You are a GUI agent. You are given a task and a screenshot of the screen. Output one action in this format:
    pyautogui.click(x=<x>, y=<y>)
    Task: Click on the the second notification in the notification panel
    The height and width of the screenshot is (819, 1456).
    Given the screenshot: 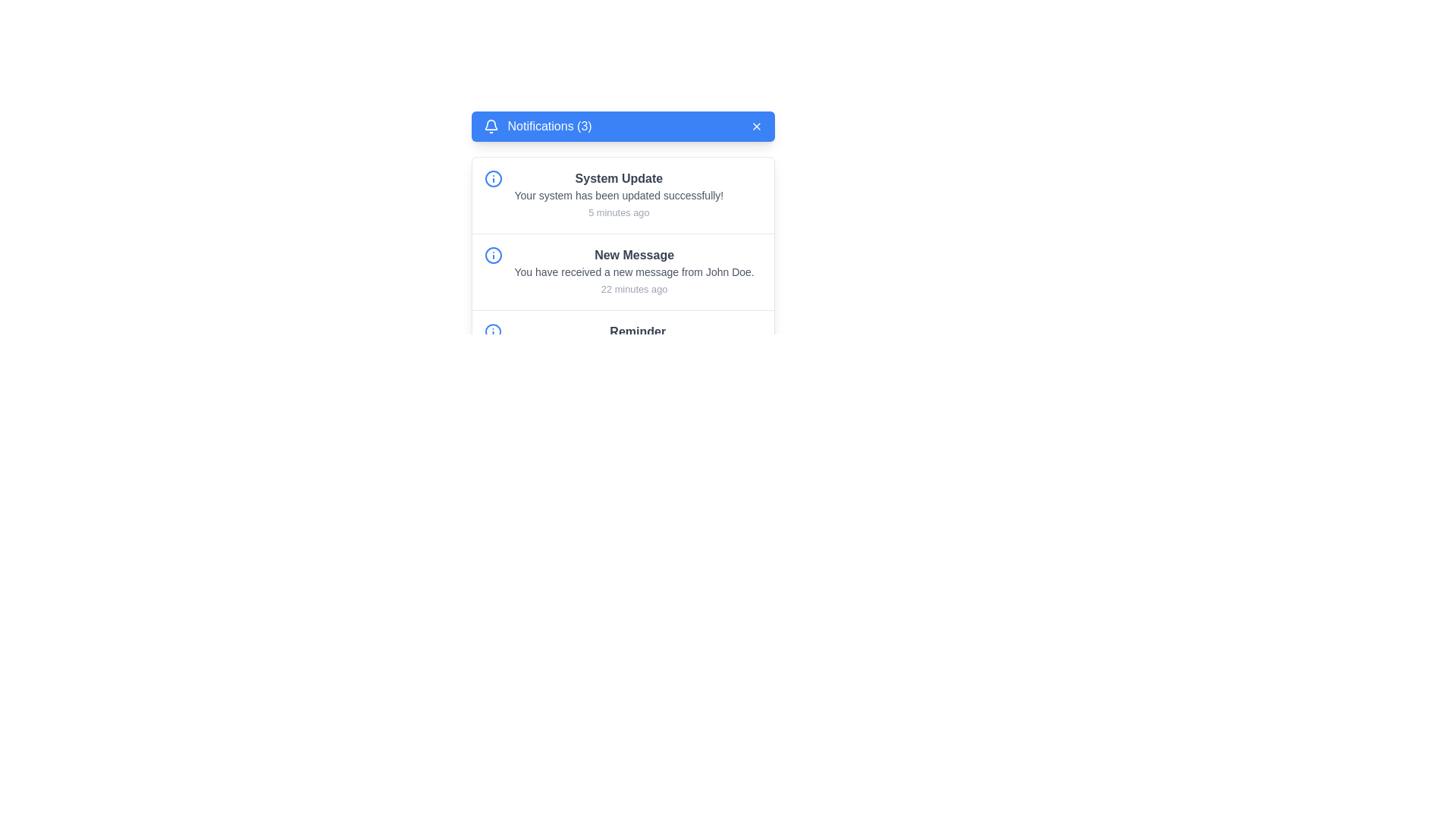 What is the action you would take?
    pyautogui.click(x=623, y=271)
    